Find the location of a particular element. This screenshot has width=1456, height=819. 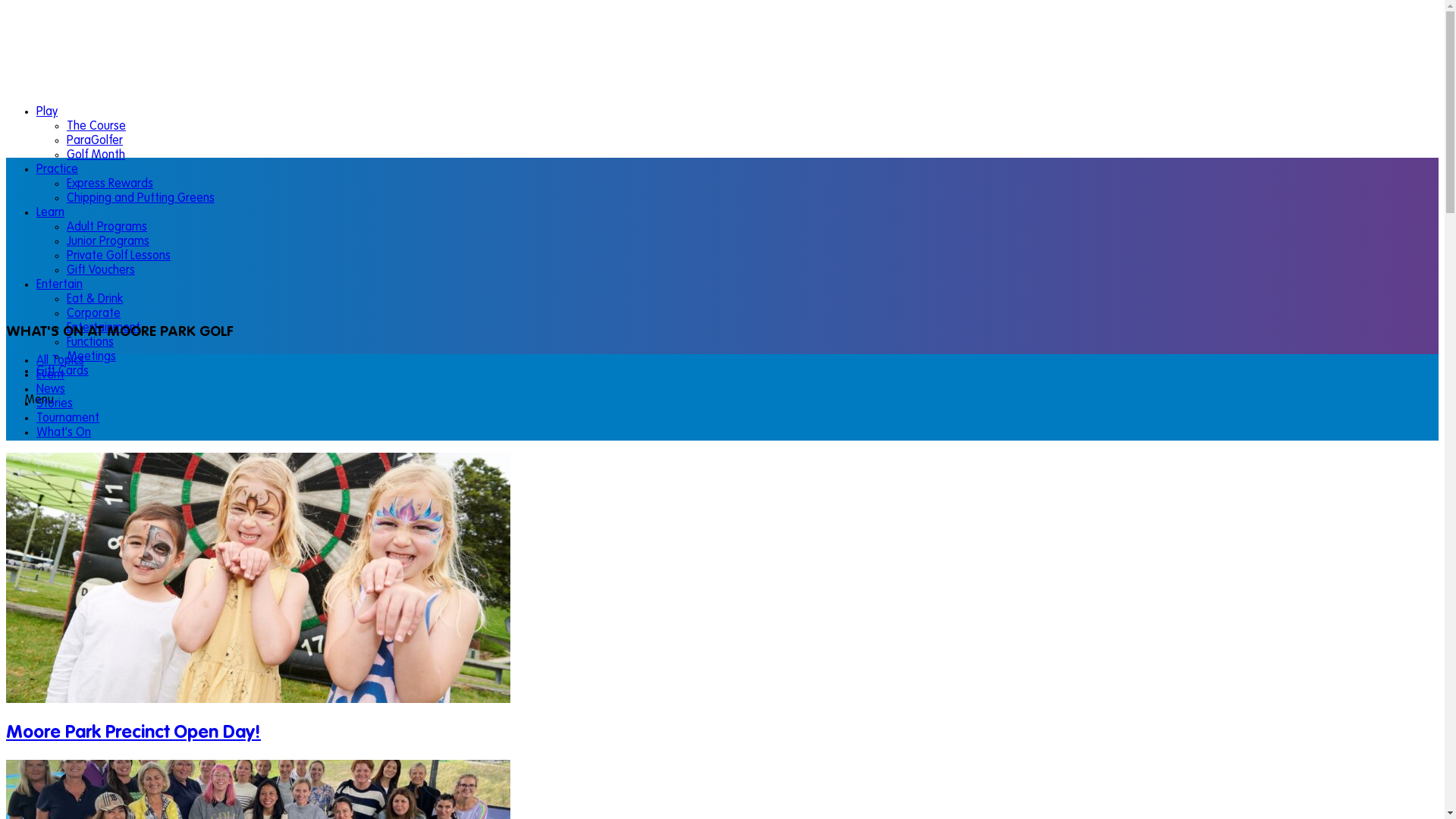

'Golf Shop' is located at coordinates (61, 798).